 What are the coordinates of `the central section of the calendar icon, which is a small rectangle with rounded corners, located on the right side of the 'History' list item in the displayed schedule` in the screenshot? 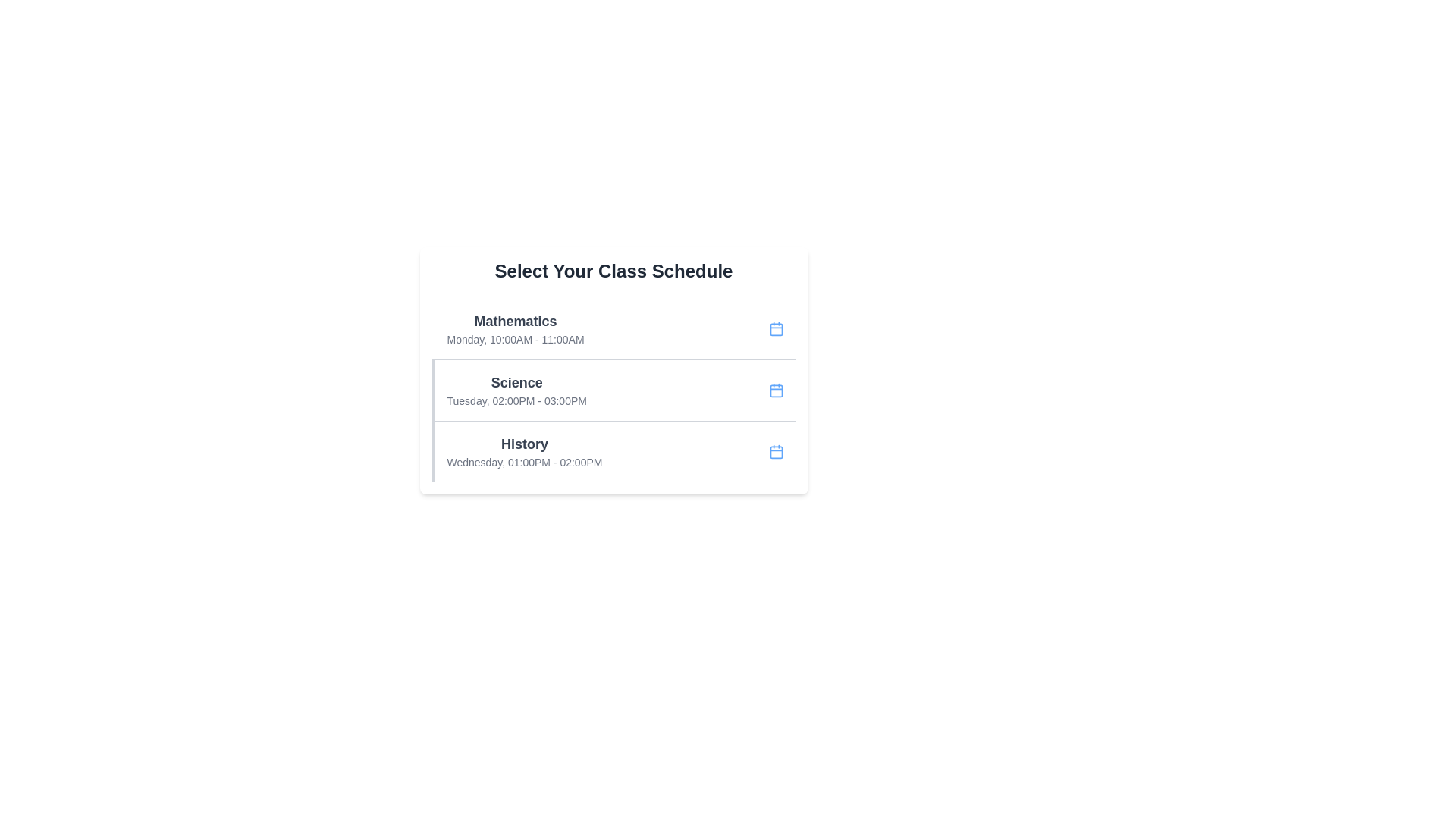 It's located at (776, 451).